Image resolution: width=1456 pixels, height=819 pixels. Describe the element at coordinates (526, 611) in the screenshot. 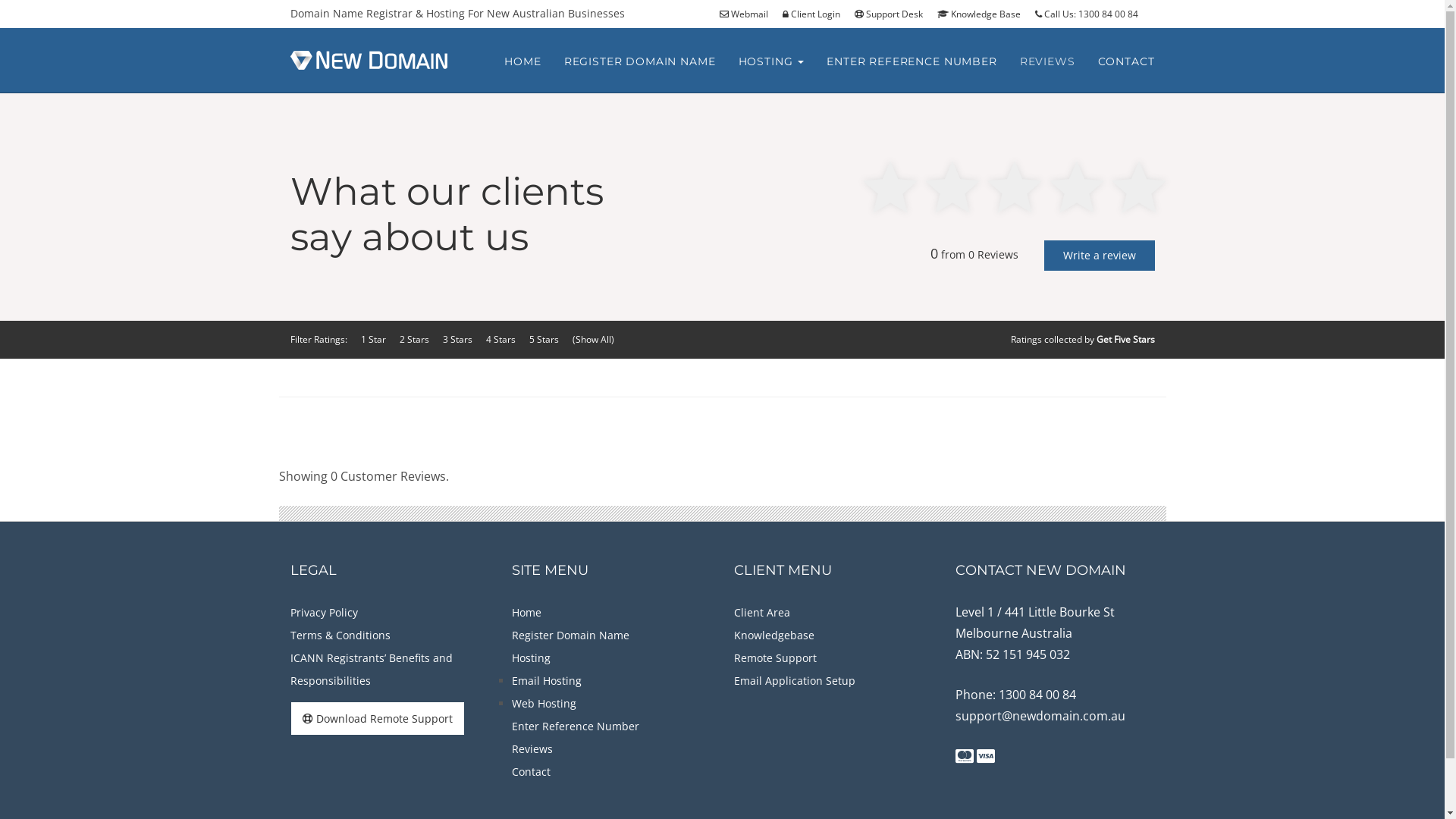

I see `'Home'` at that location.